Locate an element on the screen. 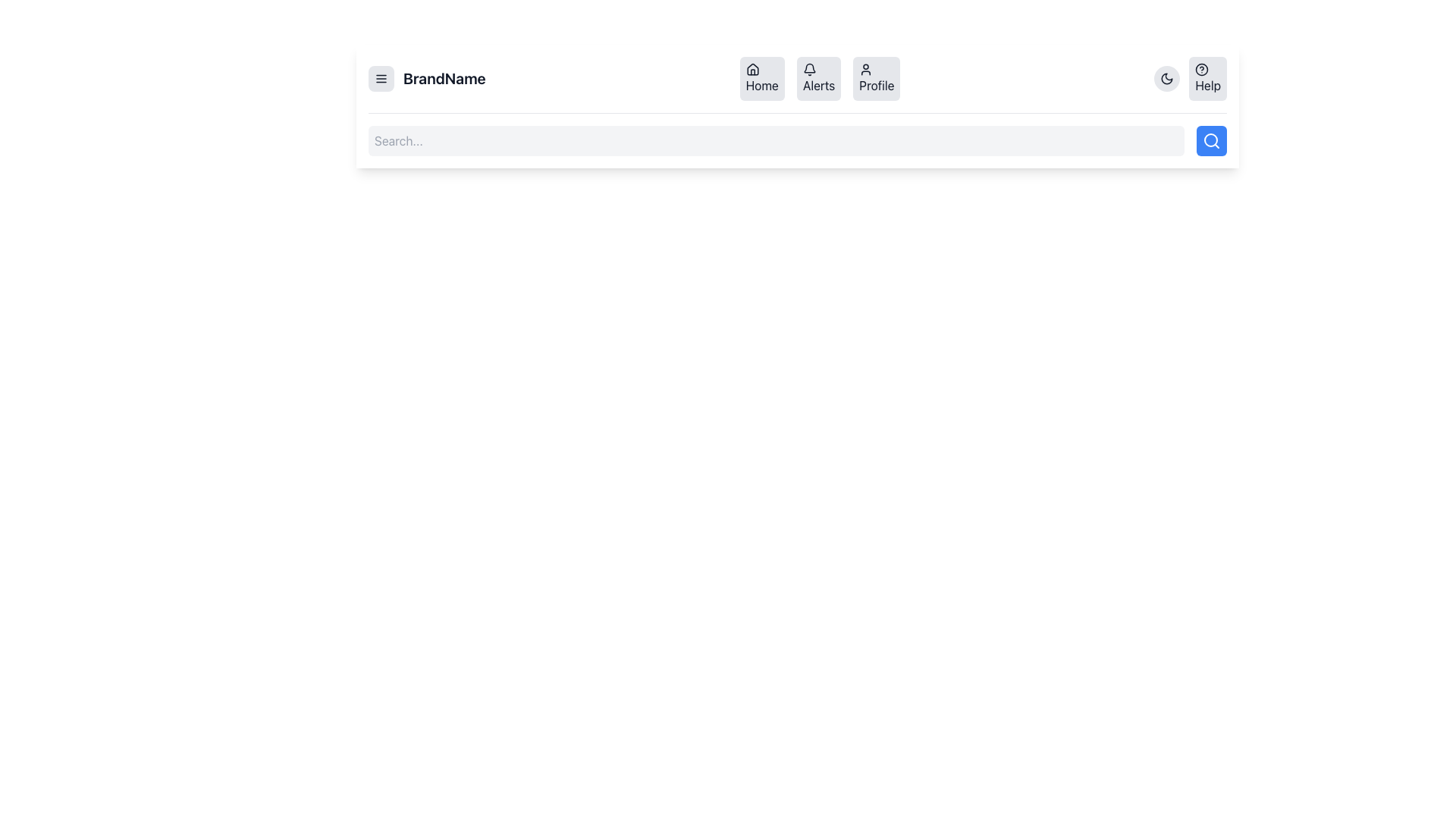  the help button located in the top-right section of the interface, which is aligned with other navigation elements such as 'Home,' 'Alerts,' and 'Profile.' is located at coordinates (1190, 79).